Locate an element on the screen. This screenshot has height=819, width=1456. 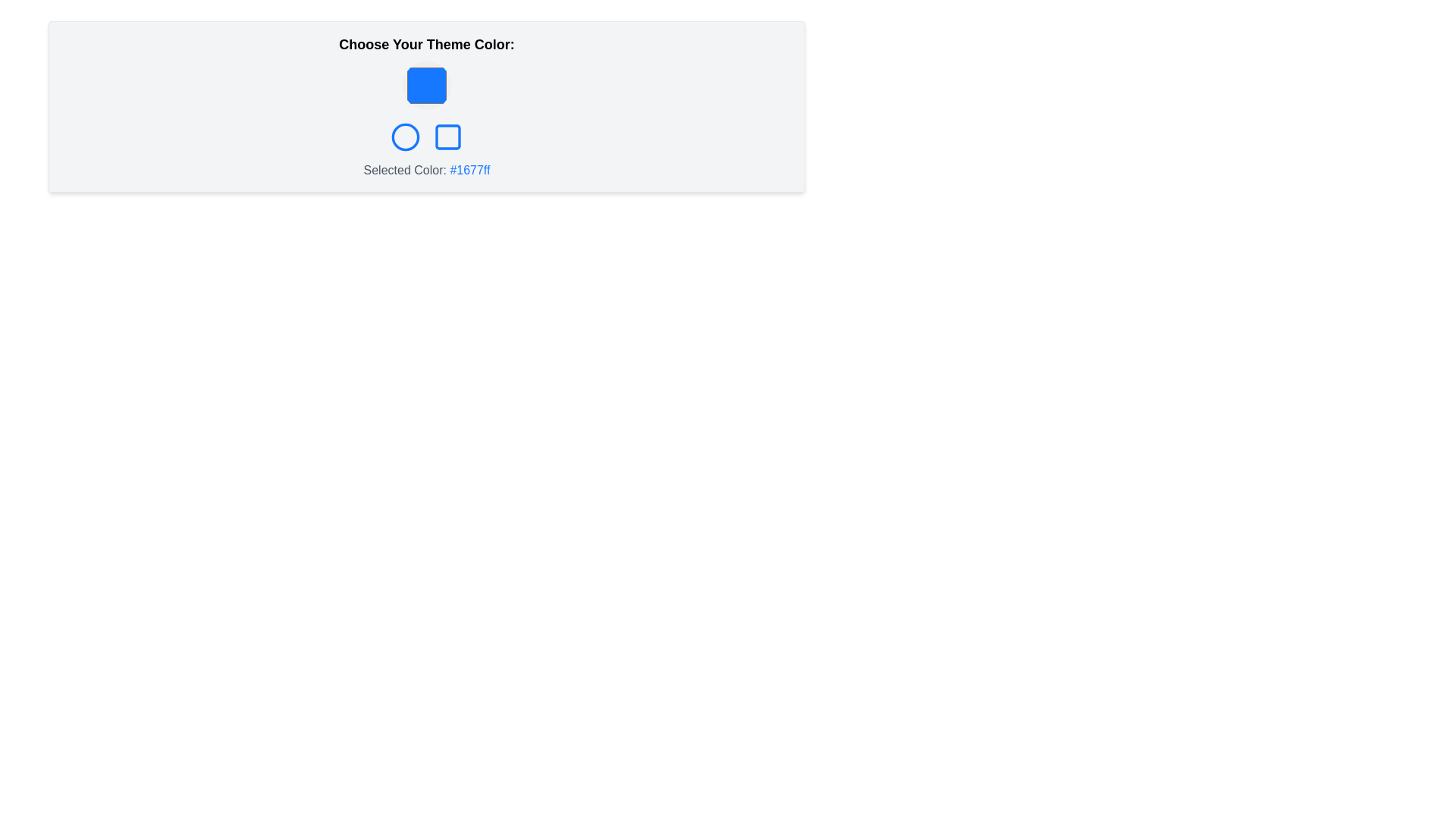
decorative SVG rectangle that indicates a specific selection in the color theme selection interface, located inside the second icon in the row to the right of a circular icon is located at coordinates (447, 137).